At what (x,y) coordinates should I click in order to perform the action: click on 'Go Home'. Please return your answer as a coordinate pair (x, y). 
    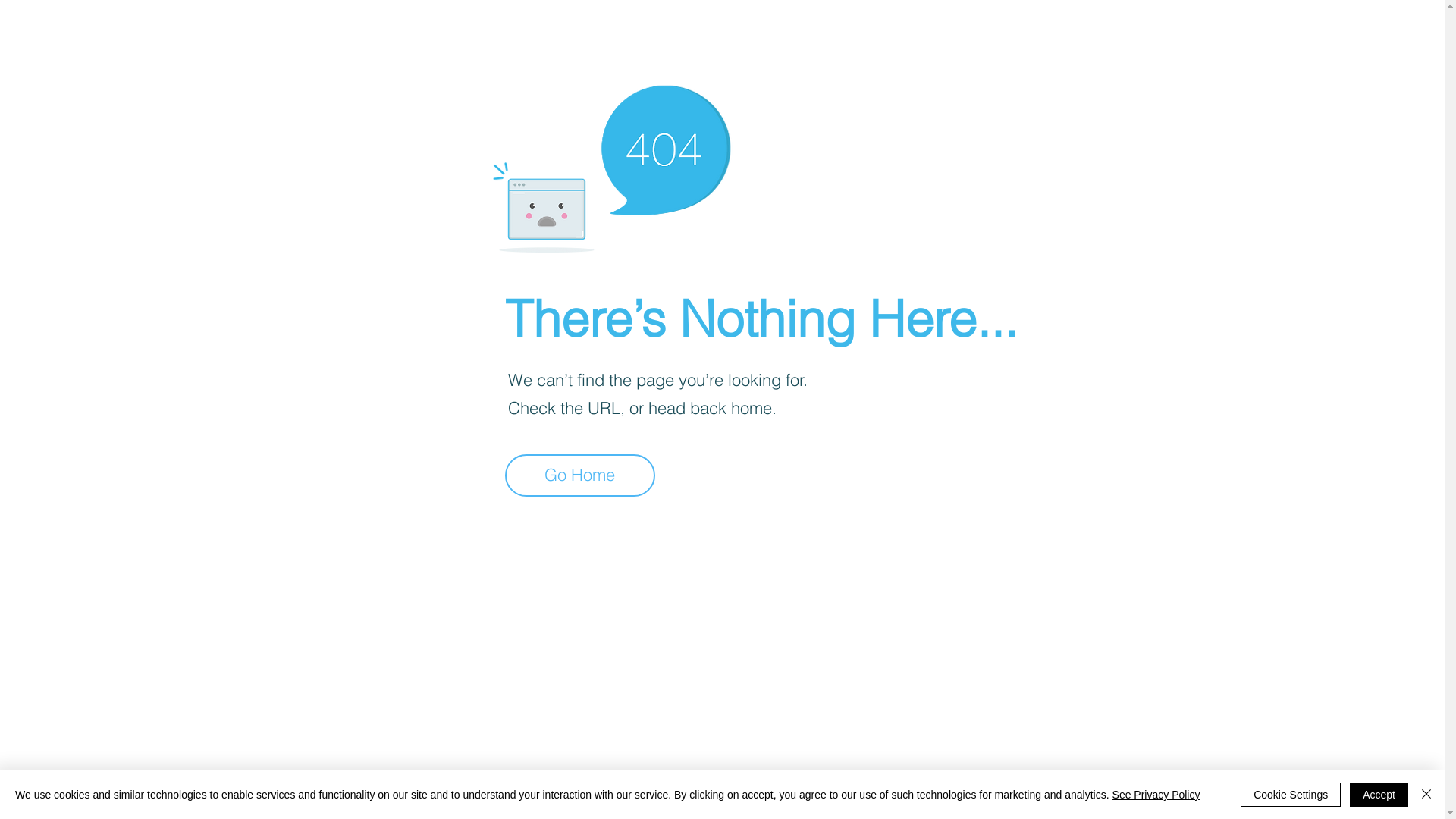
    Looking at the image, I should click on (579, 475).